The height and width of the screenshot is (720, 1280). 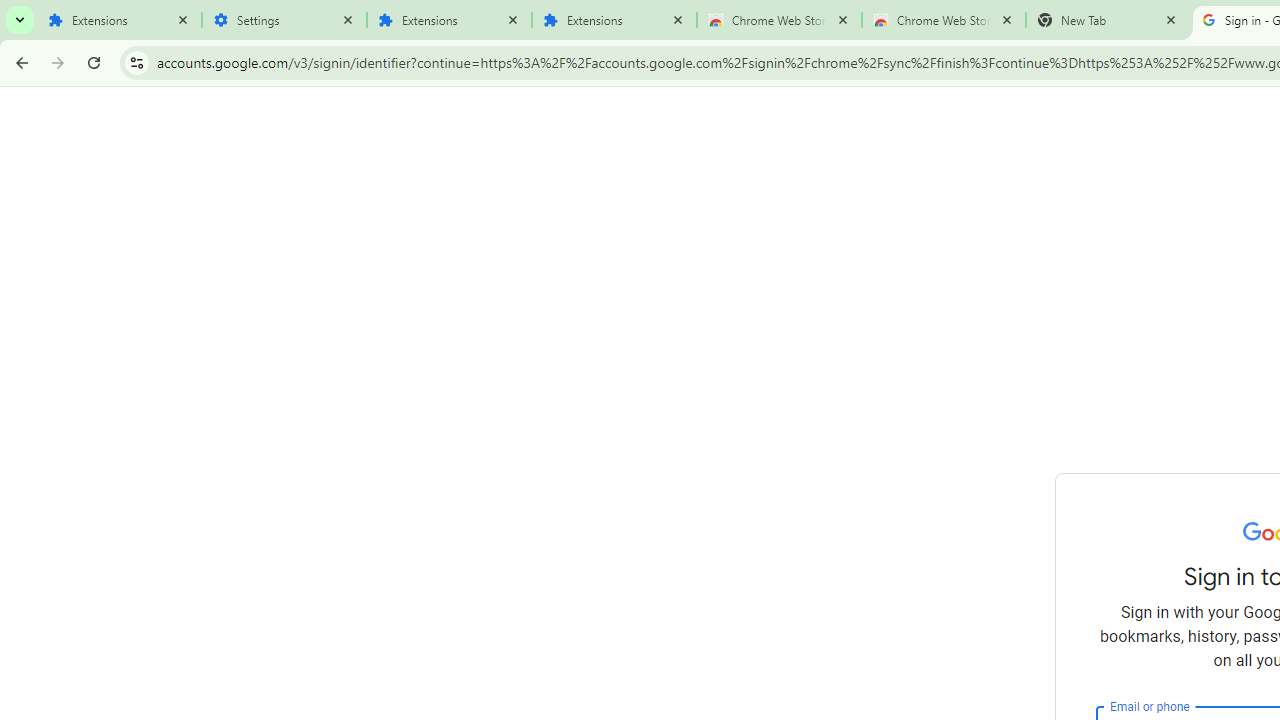 I want to click on 'Extensions', so click(x=118, y=20).